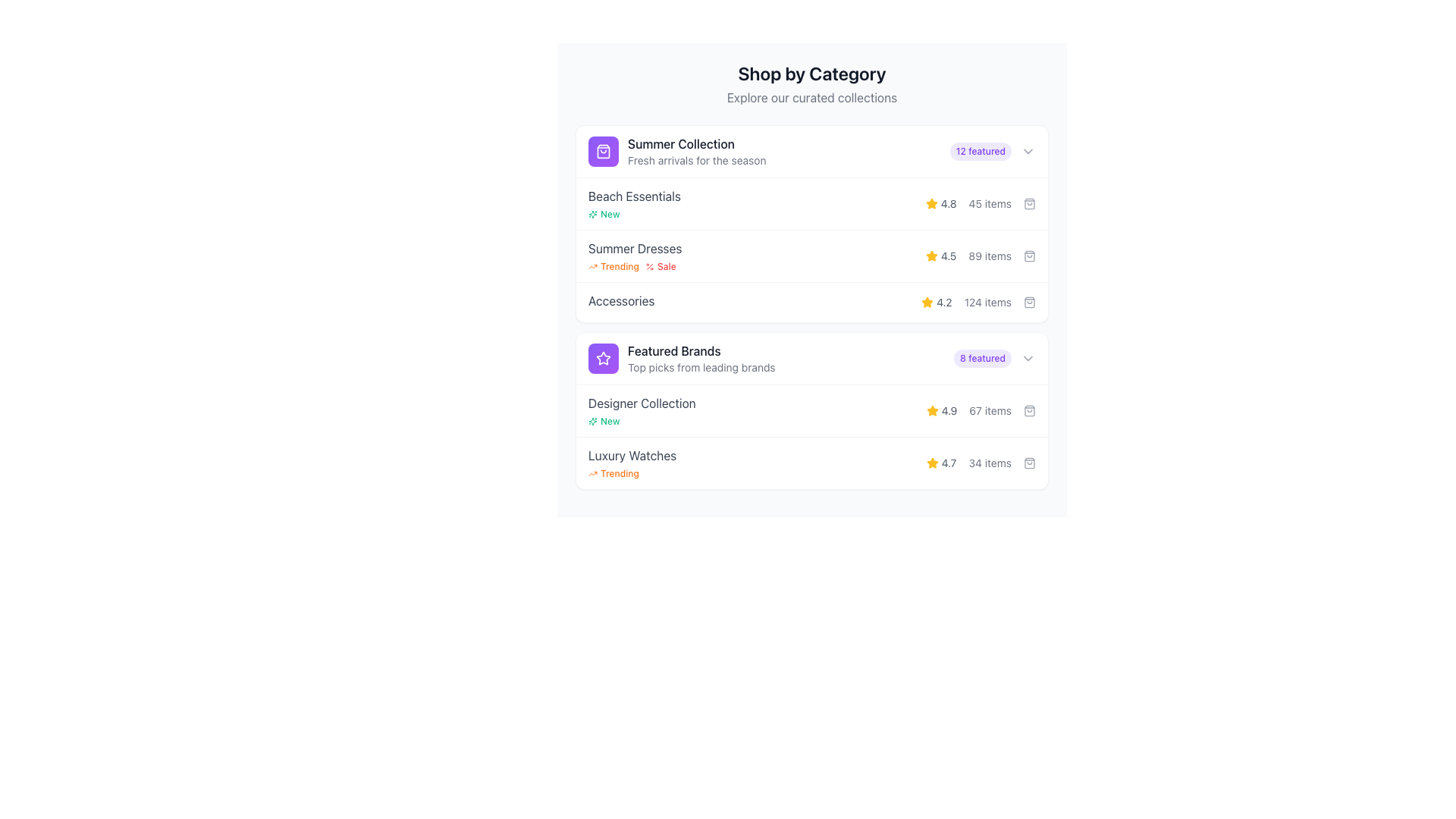 The width and height of the screenshot is (1456, 819). What do you see at coordinates (1030, 462) in the screenshot?
I see `the main body outline of the shopping bag icon located near the 'Luxury Watches' text` at bounding box center [1030, 462].